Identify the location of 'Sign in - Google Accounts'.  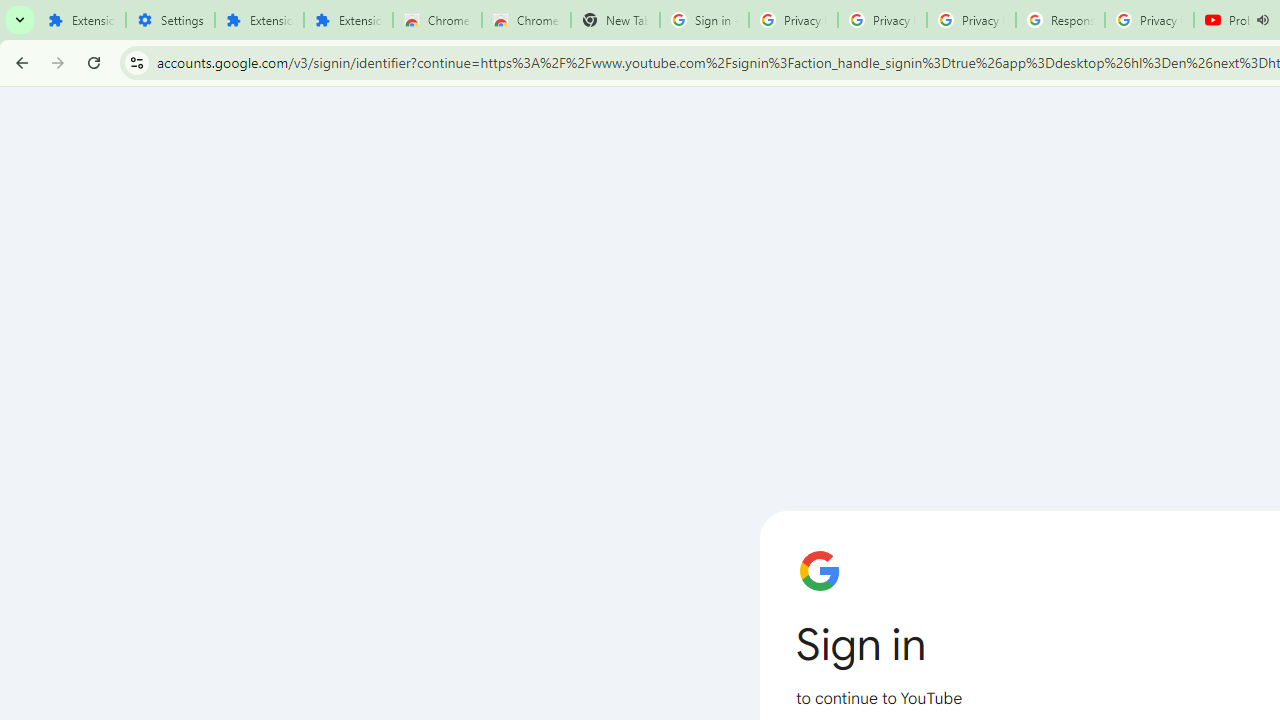
(704, 20).